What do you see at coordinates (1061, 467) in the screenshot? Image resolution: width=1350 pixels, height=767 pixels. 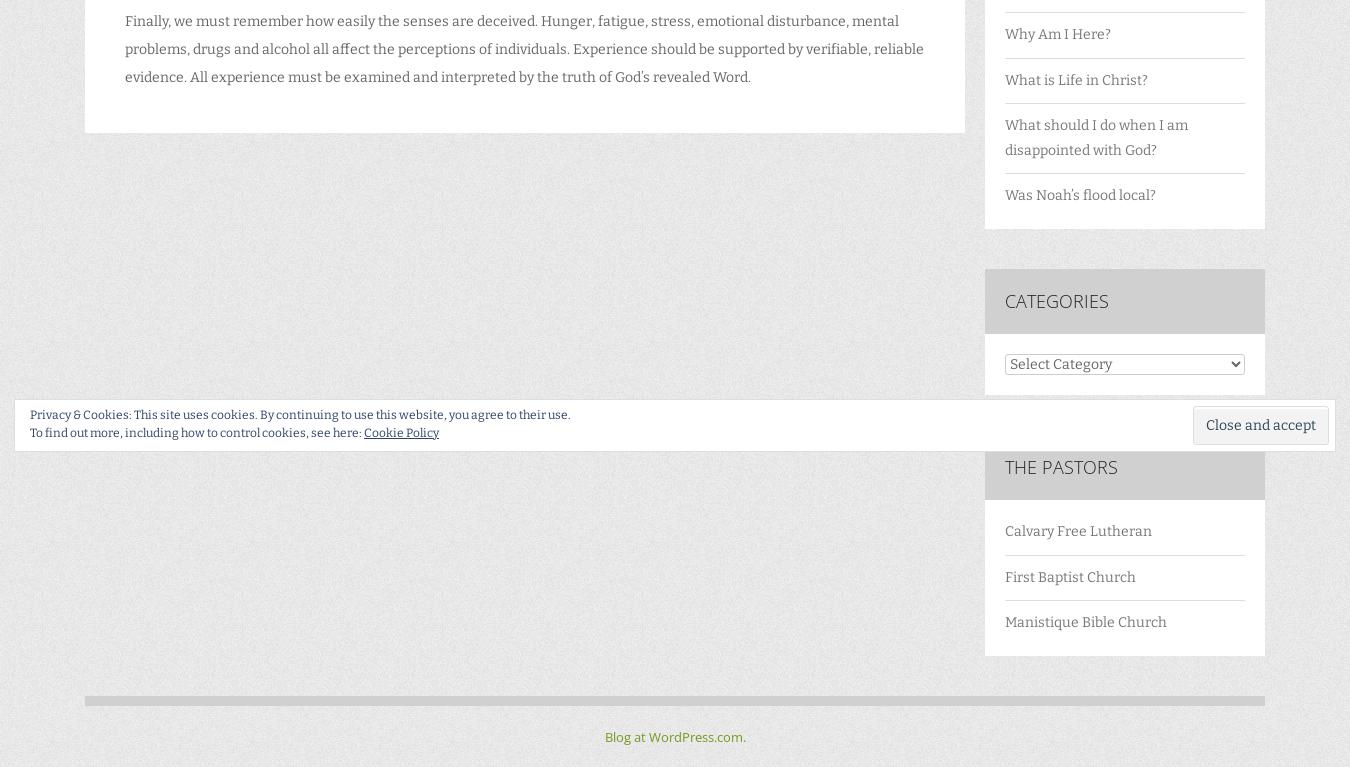 I see `'The Pastors'` at bounding box center [1061, 467].